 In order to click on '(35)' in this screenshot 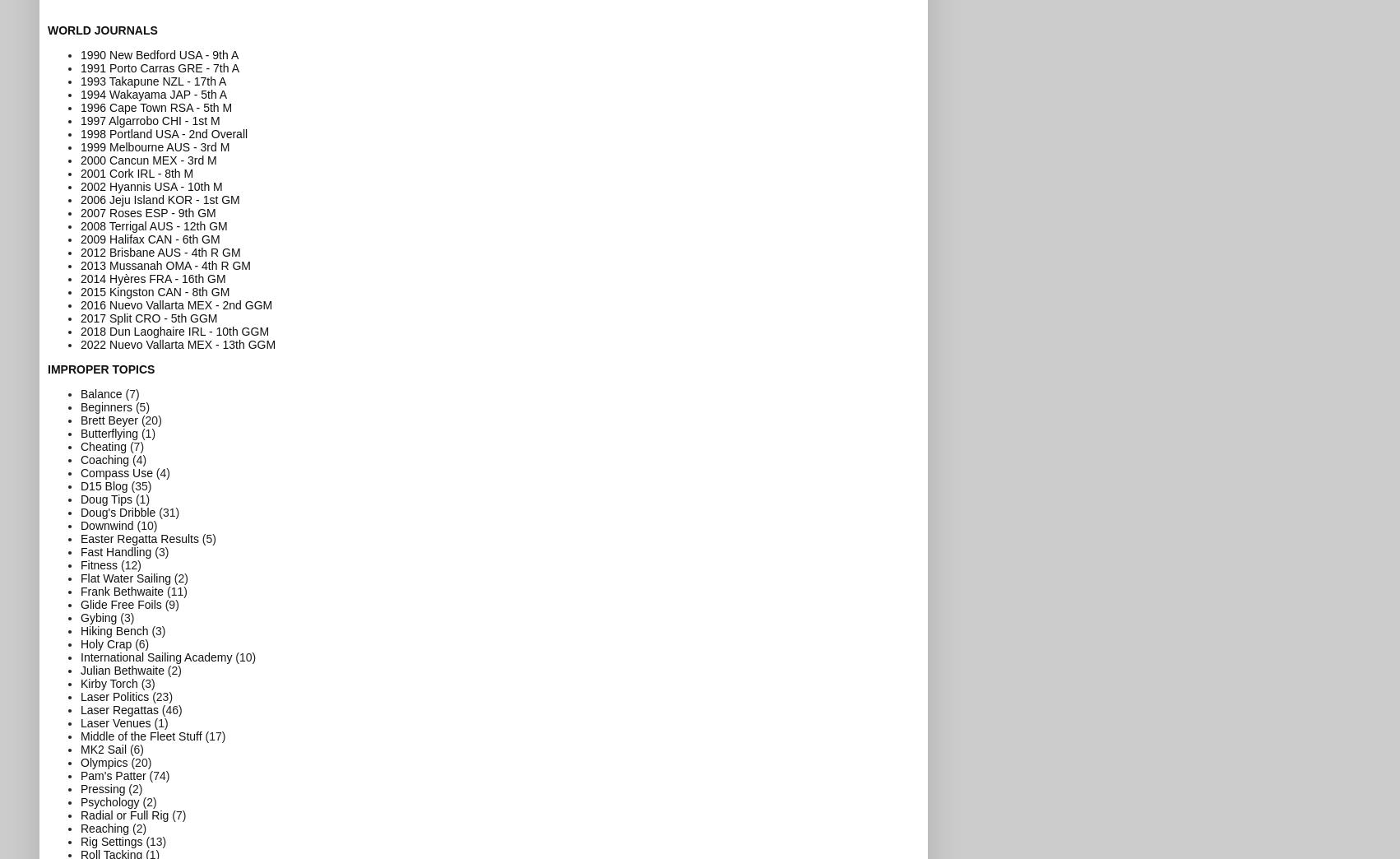, I will do `click(129, 485)`.